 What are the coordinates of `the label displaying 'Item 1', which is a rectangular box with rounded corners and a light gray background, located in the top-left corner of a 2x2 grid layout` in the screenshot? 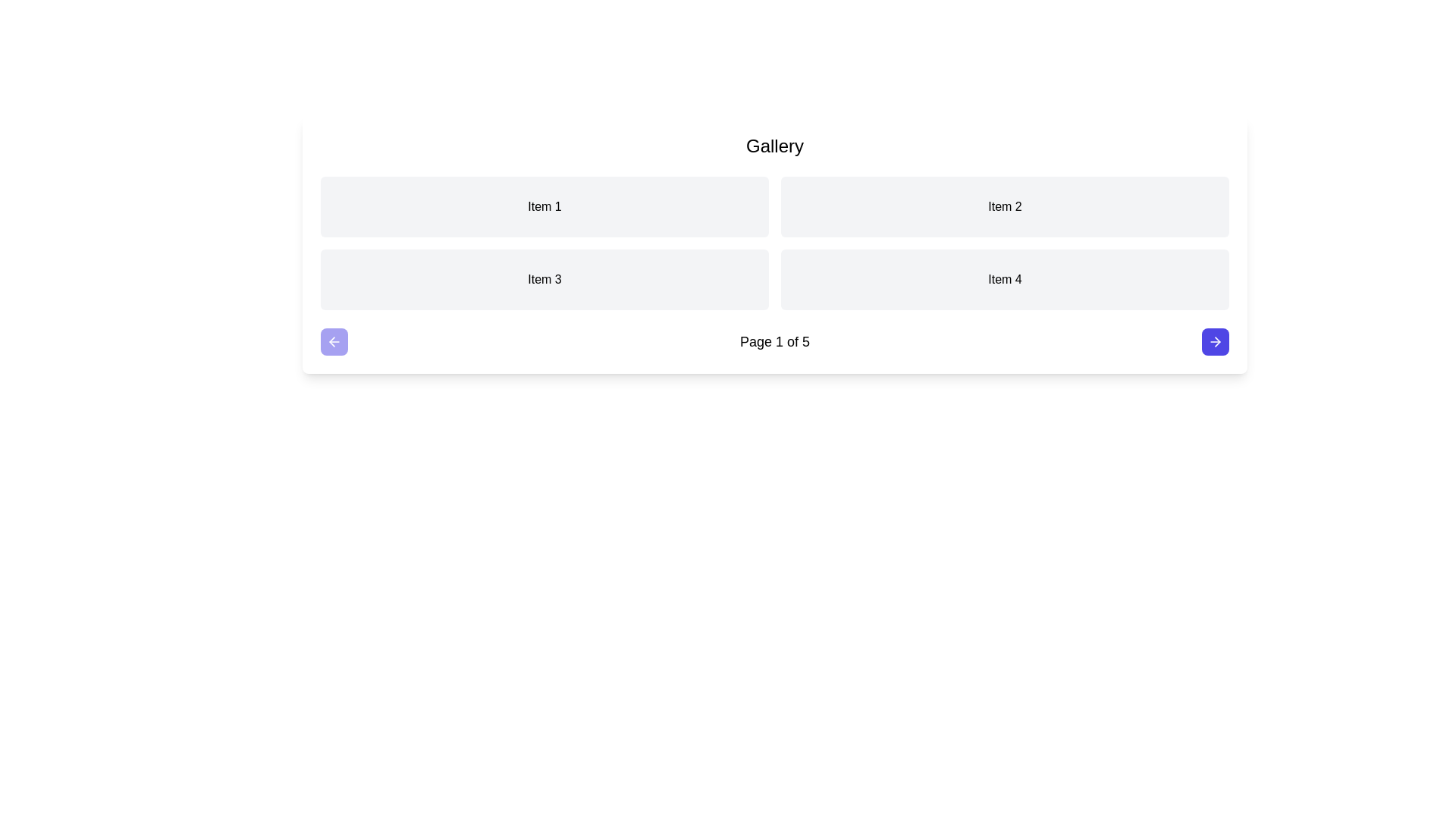 It's located at (544, 207).